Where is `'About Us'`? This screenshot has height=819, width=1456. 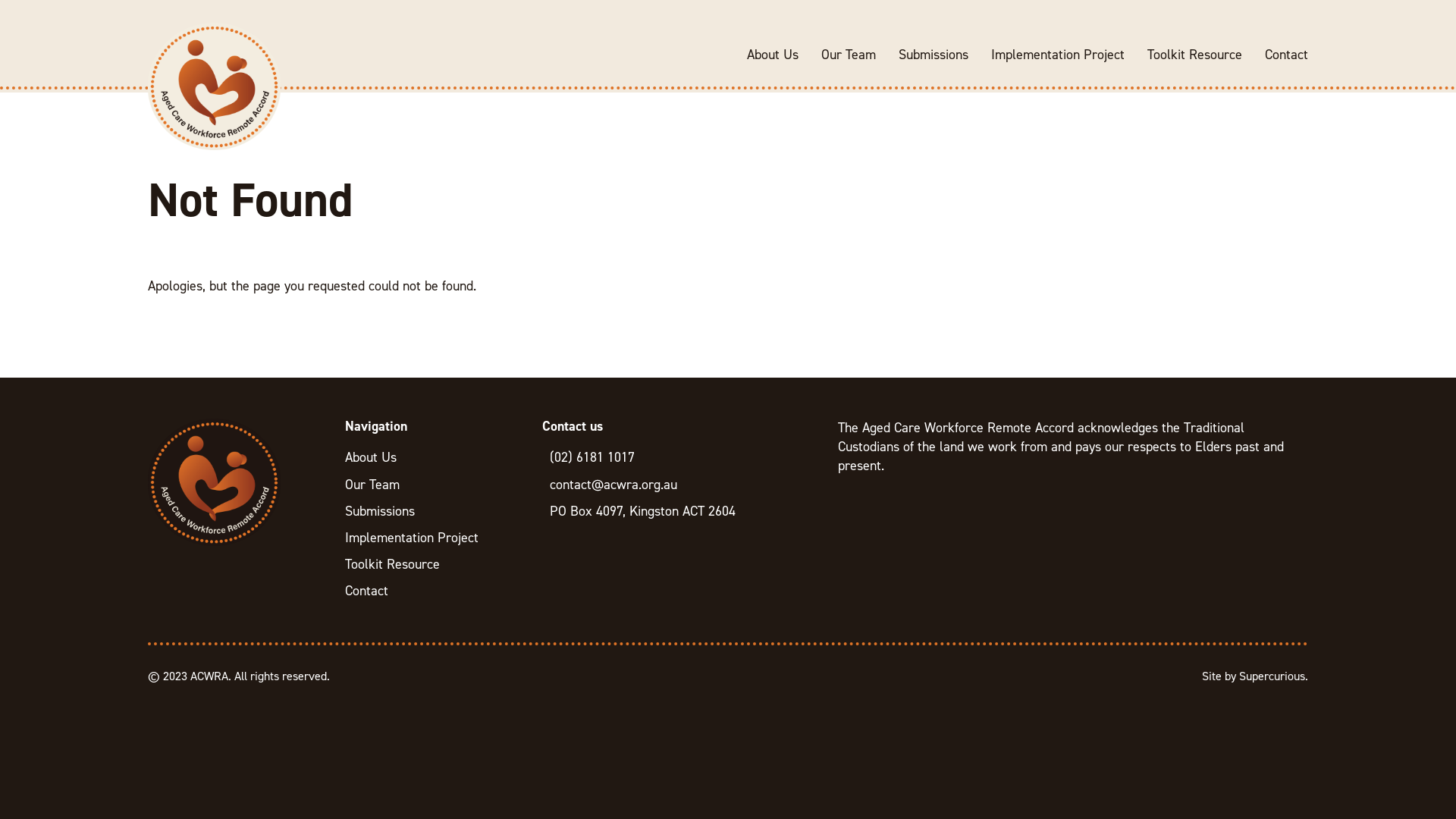 'About Us' is located at coordinates (772, 54).